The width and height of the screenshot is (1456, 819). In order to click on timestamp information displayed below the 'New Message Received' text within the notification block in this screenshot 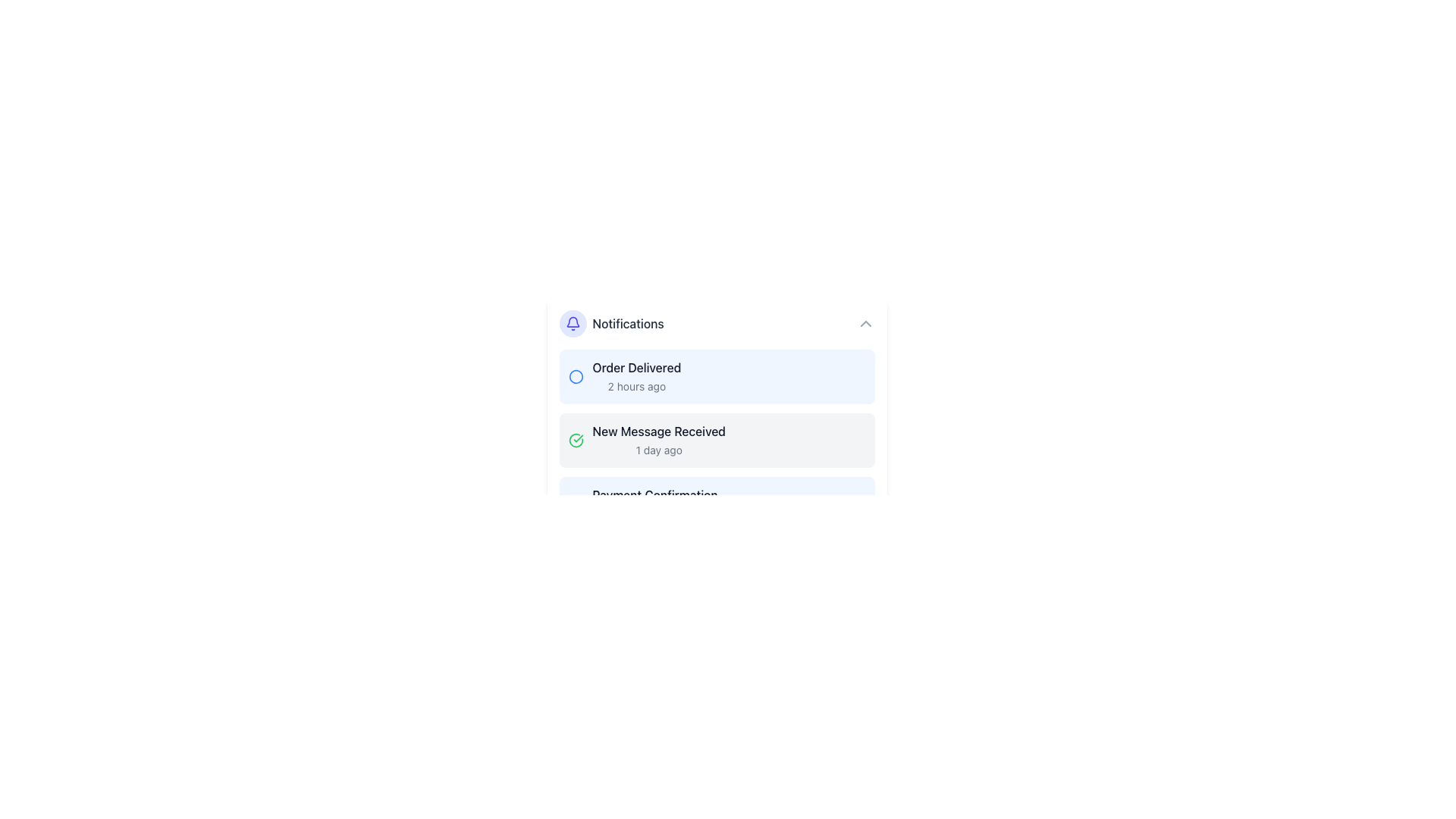, I will do `click(659, 449)`.